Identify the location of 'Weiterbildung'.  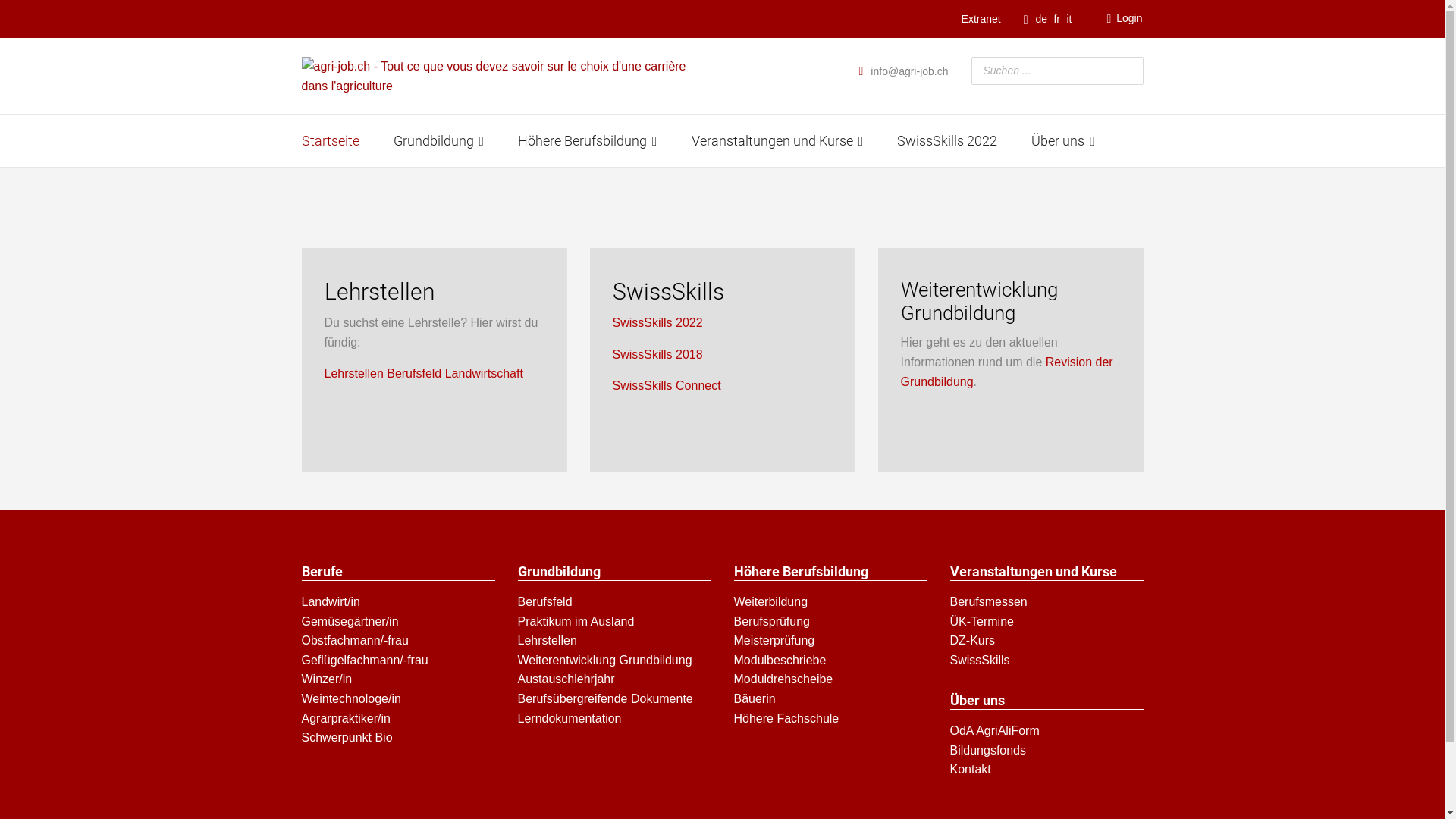
(830, 601).